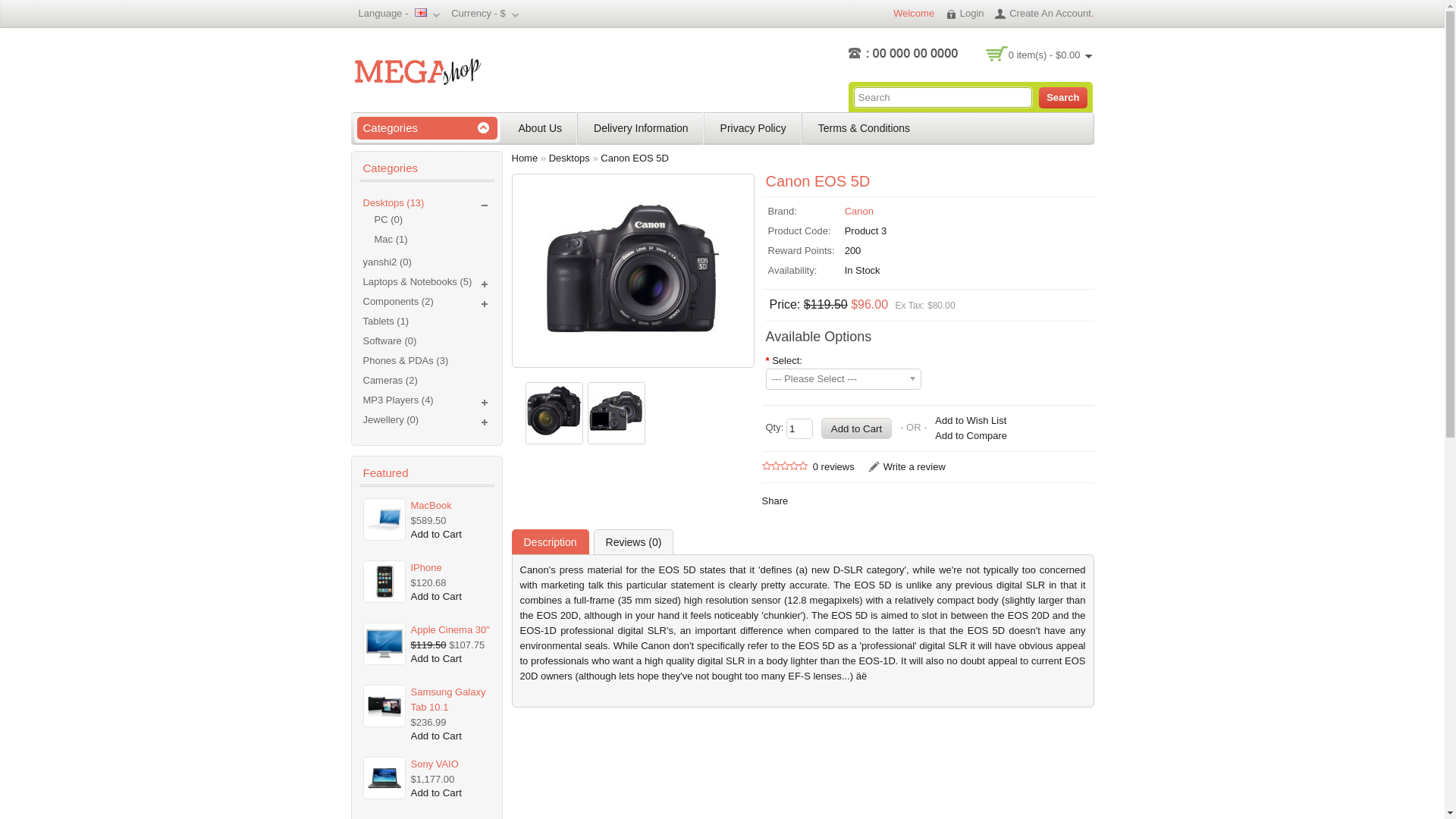  What do you see at coordinates (641, 127) in the screenshot?
I see `'Delivery Information'` at bounding box center [641, 127].